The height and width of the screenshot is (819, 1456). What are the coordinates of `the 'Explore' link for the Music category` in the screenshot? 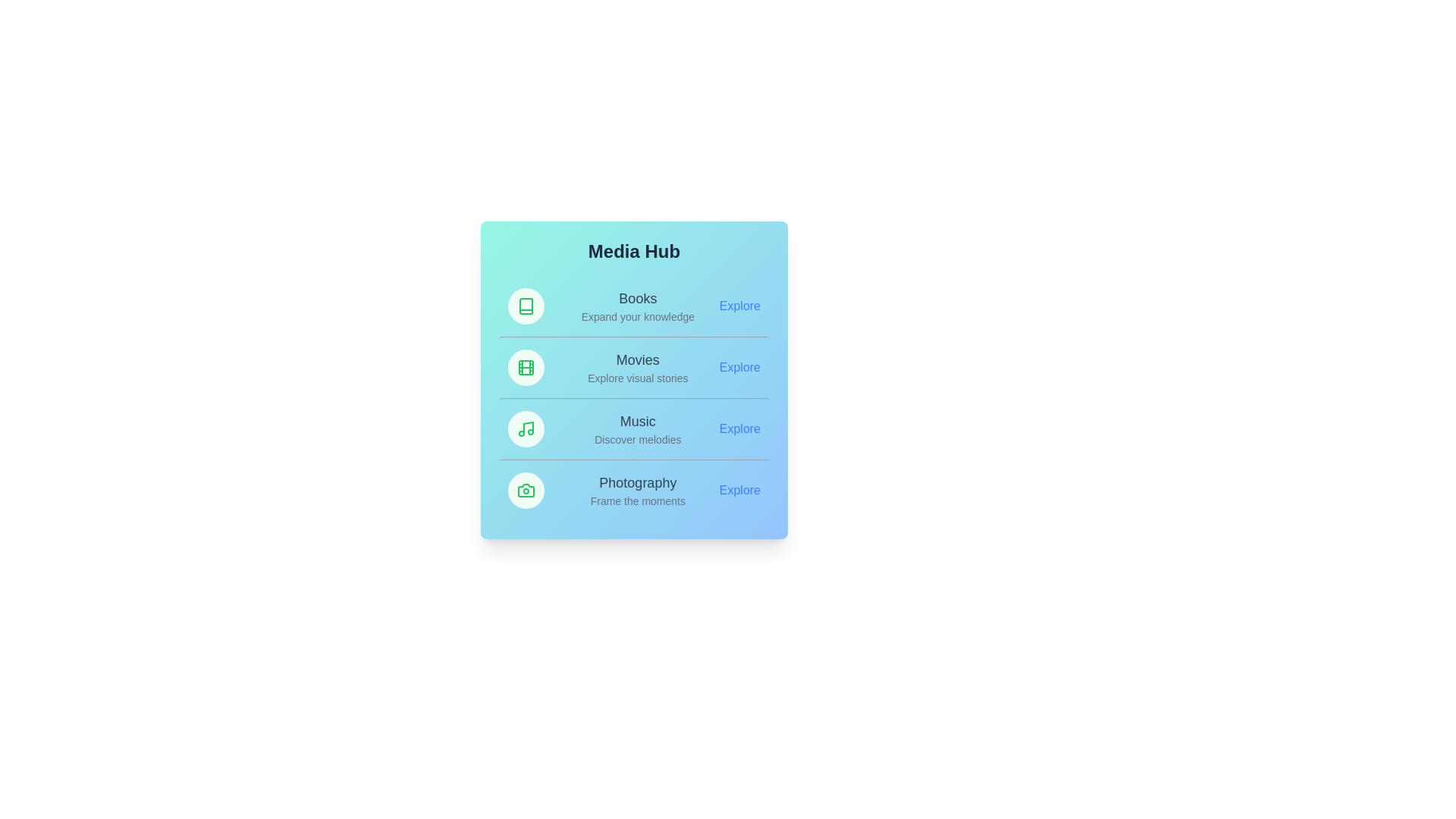 It's located at (739, 429).